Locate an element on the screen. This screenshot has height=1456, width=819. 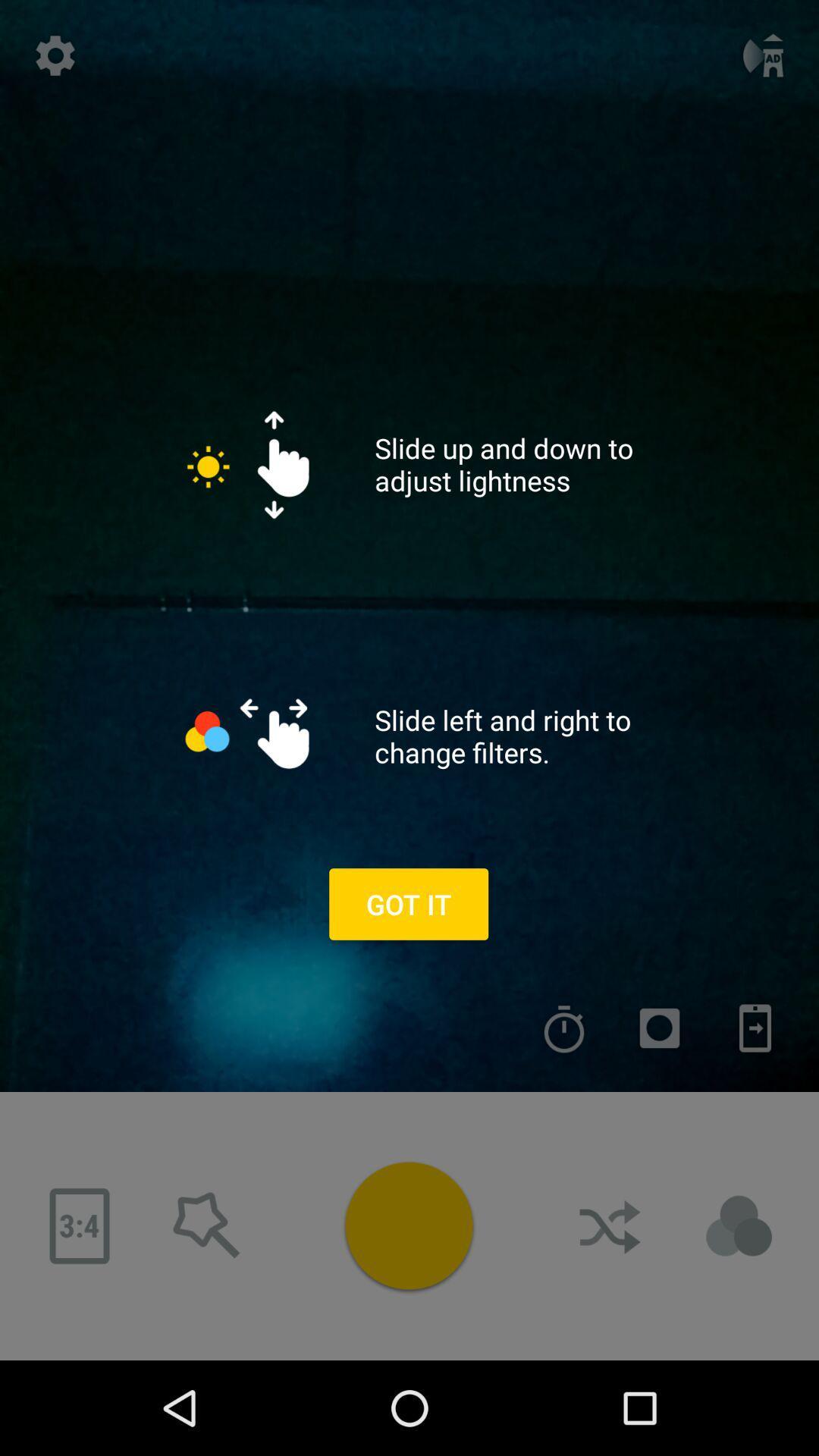
settings button is located at coordinates (55, 55).